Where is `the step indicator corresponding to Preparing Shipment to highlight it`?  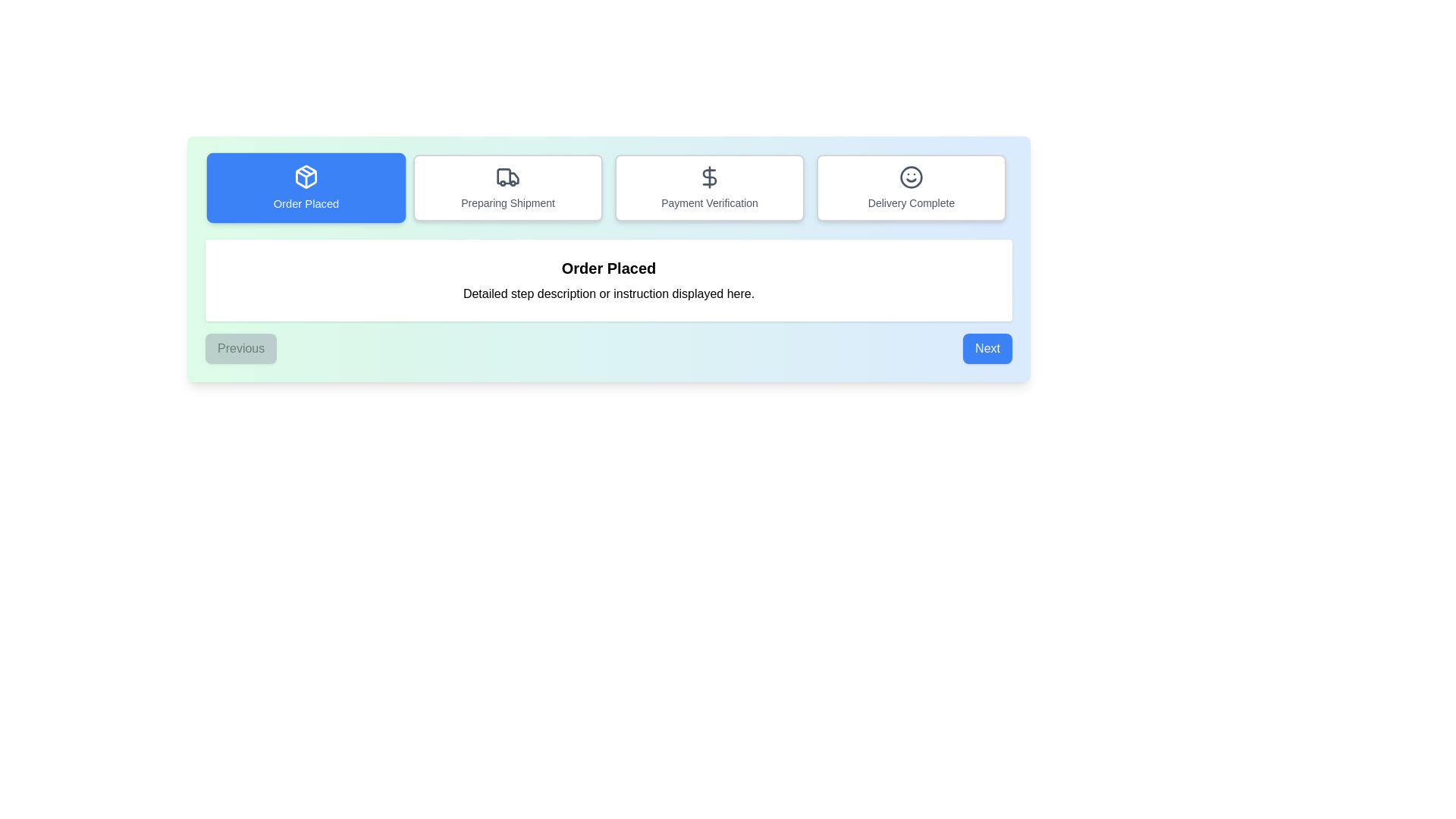
the step indicator corresponding to Preparing Shipment to highlight it is located at coordinates (508, 187).